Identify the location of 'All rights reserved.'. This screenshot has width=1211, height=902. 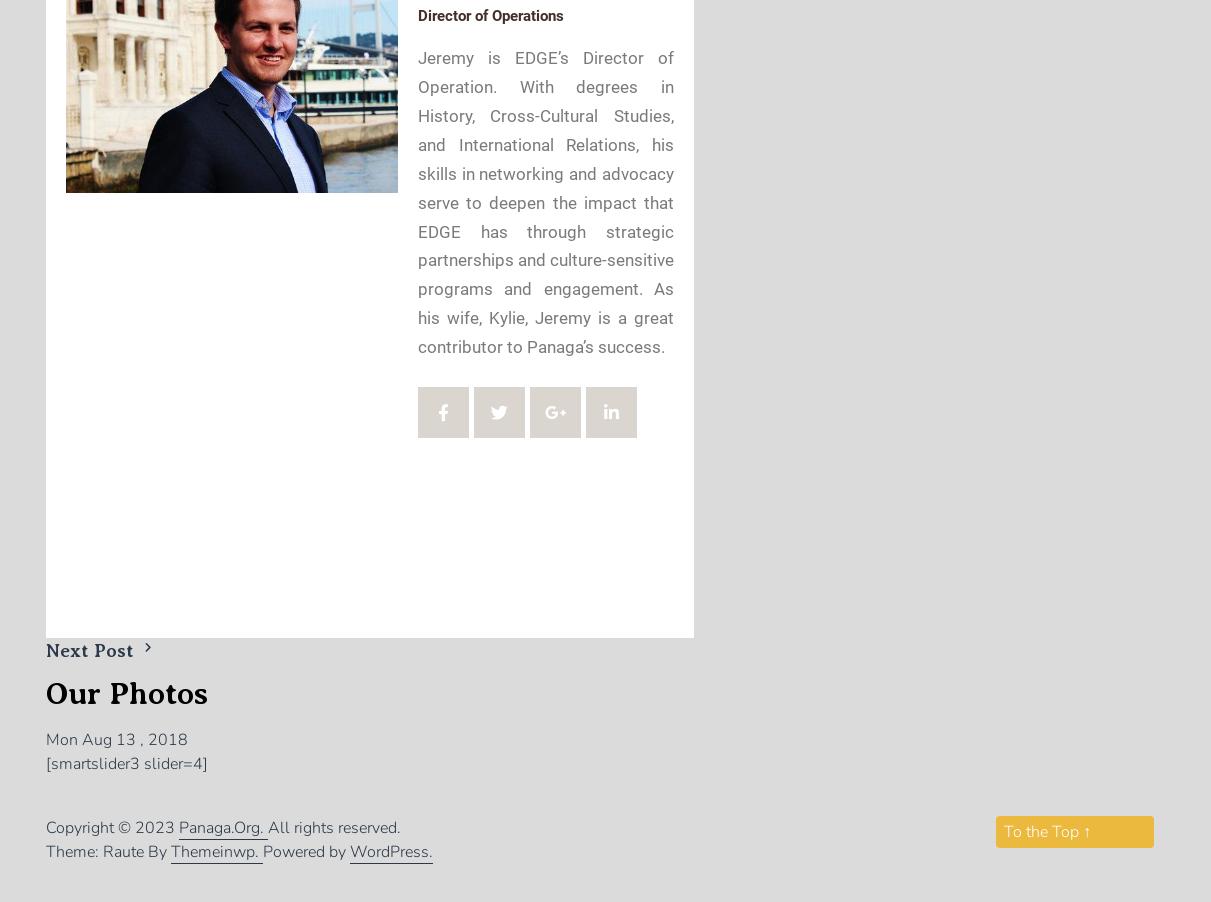
(334, 826).